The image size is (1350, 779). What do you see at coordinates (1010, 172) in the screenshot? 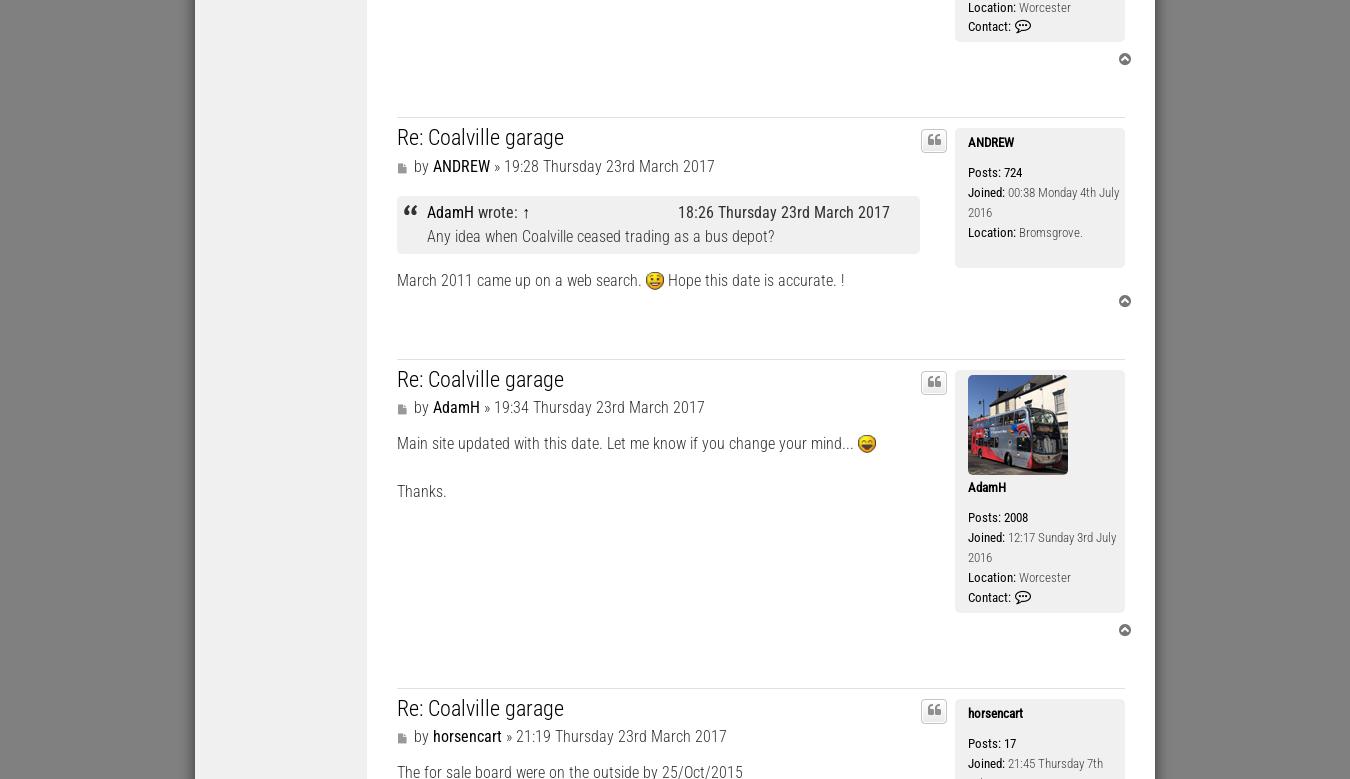
I see `'724'` at bounding box center [1010, 172].